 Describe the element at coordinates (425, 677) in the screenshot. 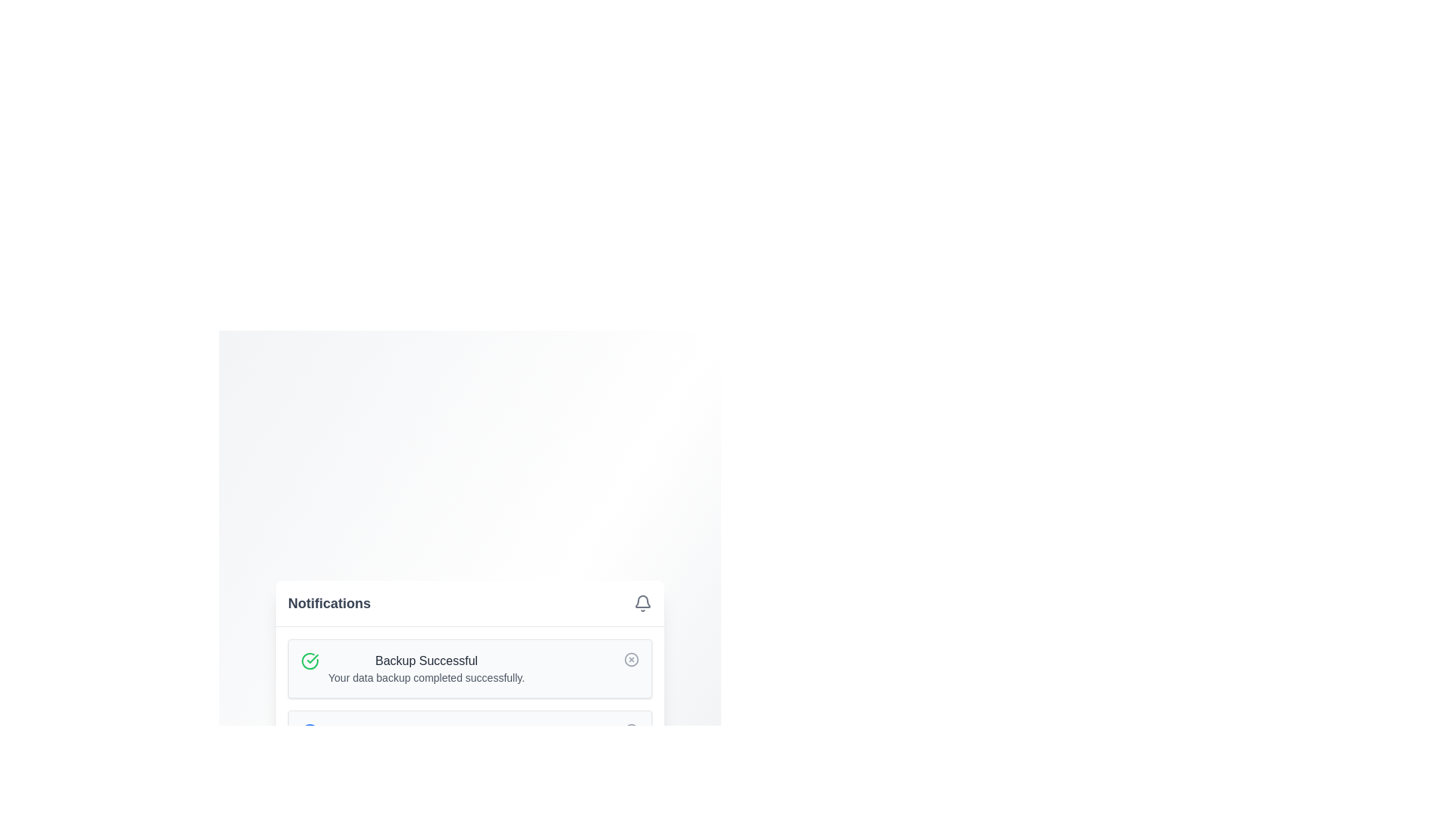

I see `the text label that reads 'Your data backup completed successfully.' which is located below the bold header 'Backup Successful' in the notification card` at that location.